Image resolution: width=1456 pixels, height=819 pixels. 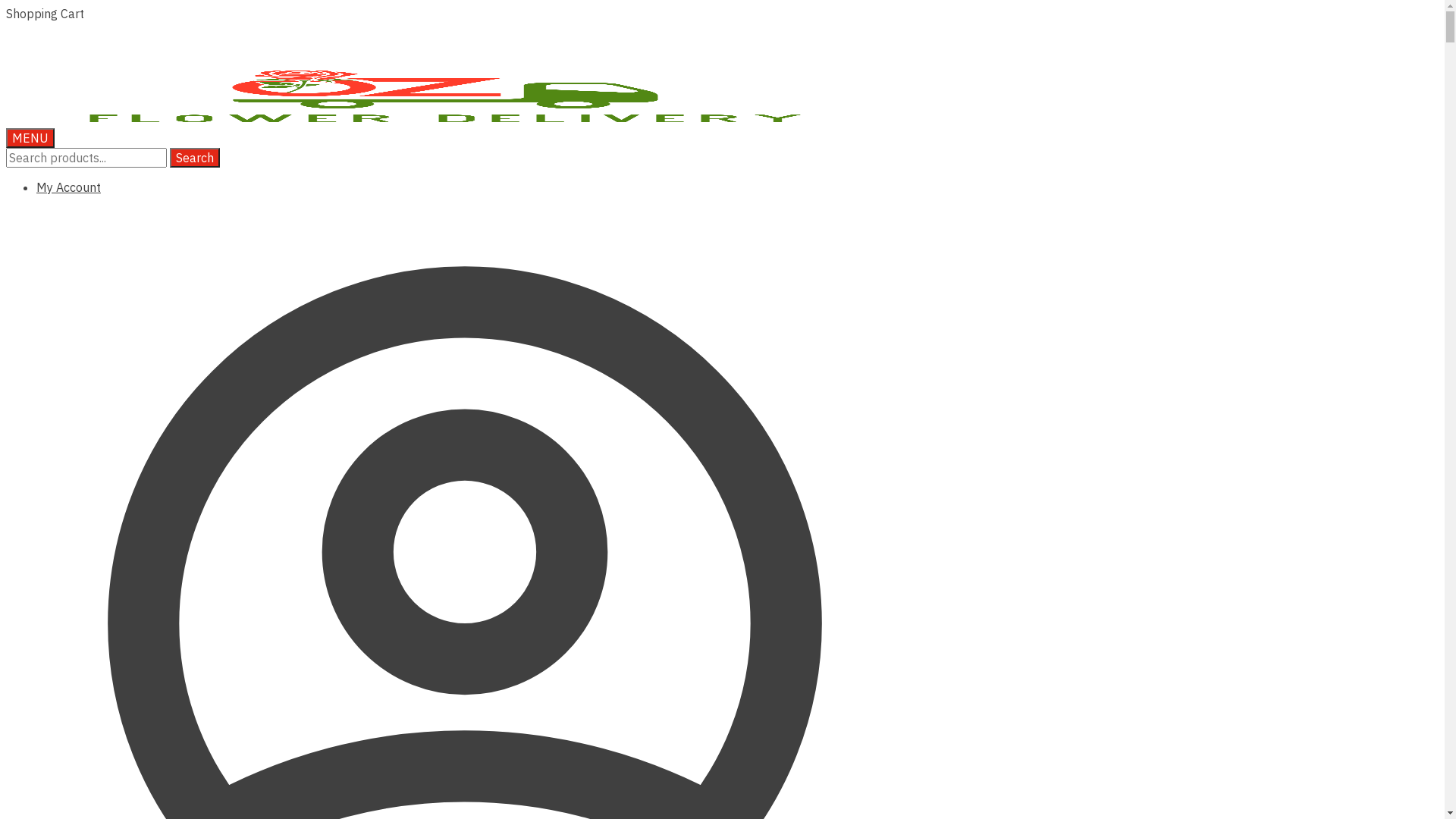 I want to click on 'MENU', so click(x=30, y=137).